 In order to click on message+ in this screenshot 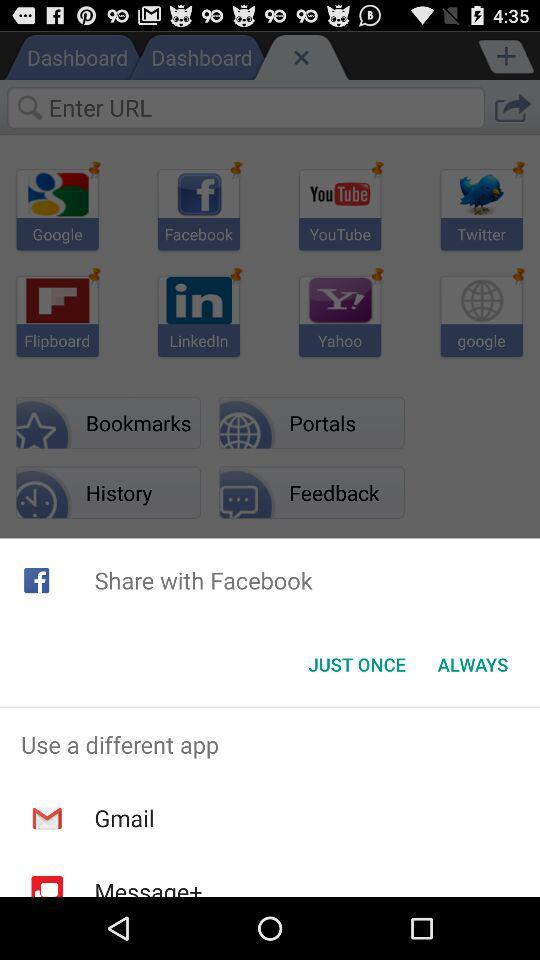, I will do `click(147, 885)`.